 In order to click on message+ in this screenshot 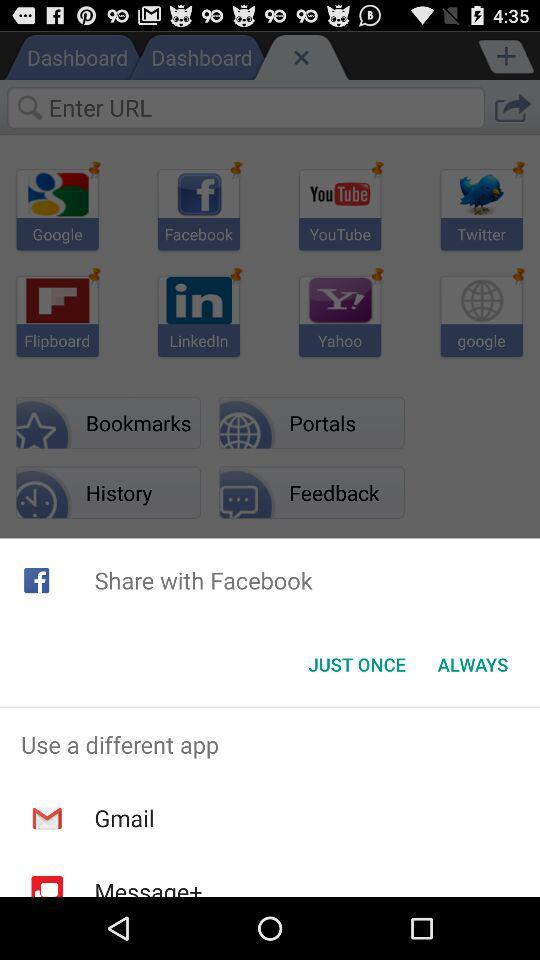, I will do `click(147, 885)`.